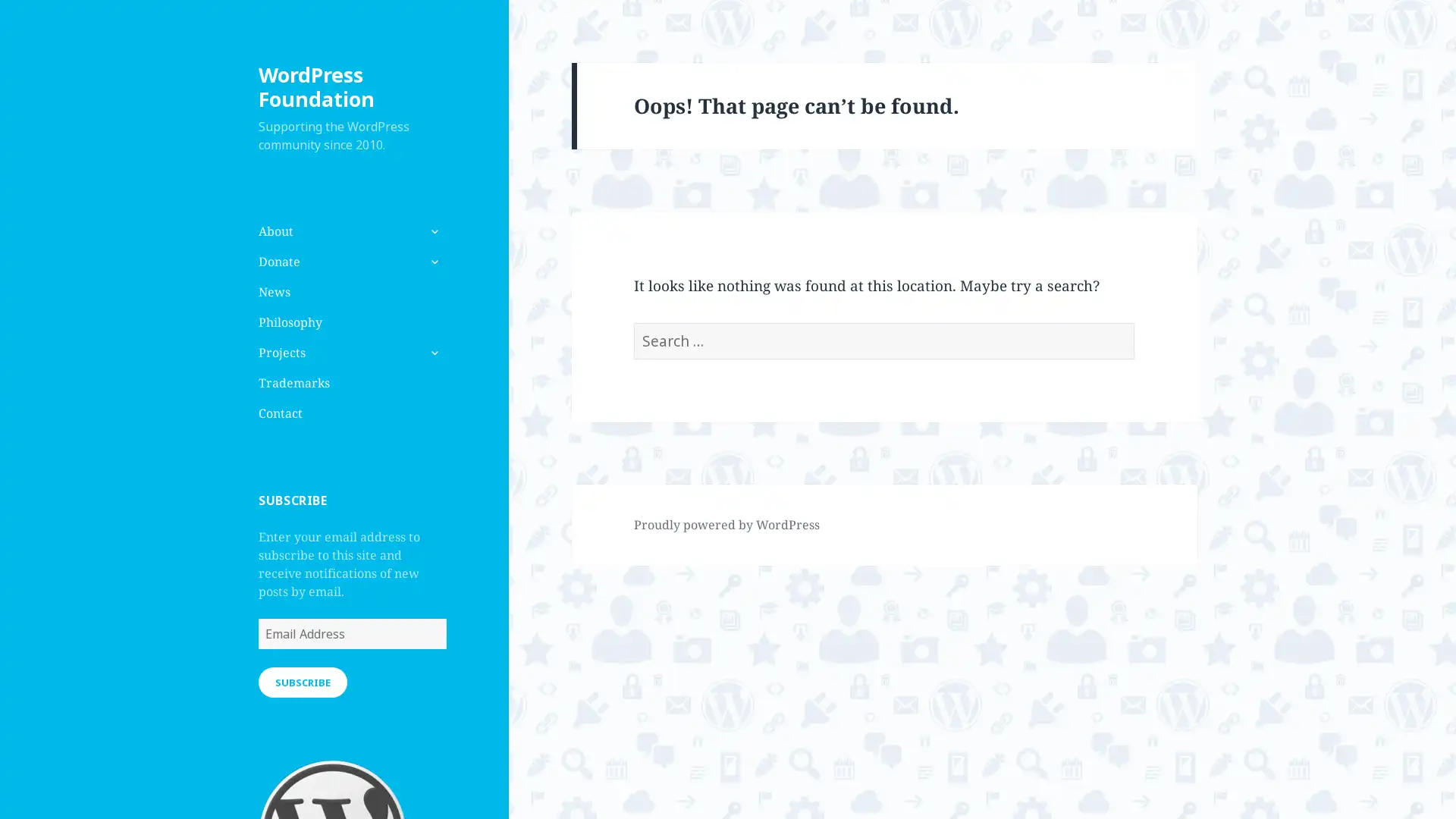 The image size is (1456, 819). What do you see at coordinates (302, 680) in the screenshot?
I see `SUBSCRIBE` at bounding box center [302, 680].